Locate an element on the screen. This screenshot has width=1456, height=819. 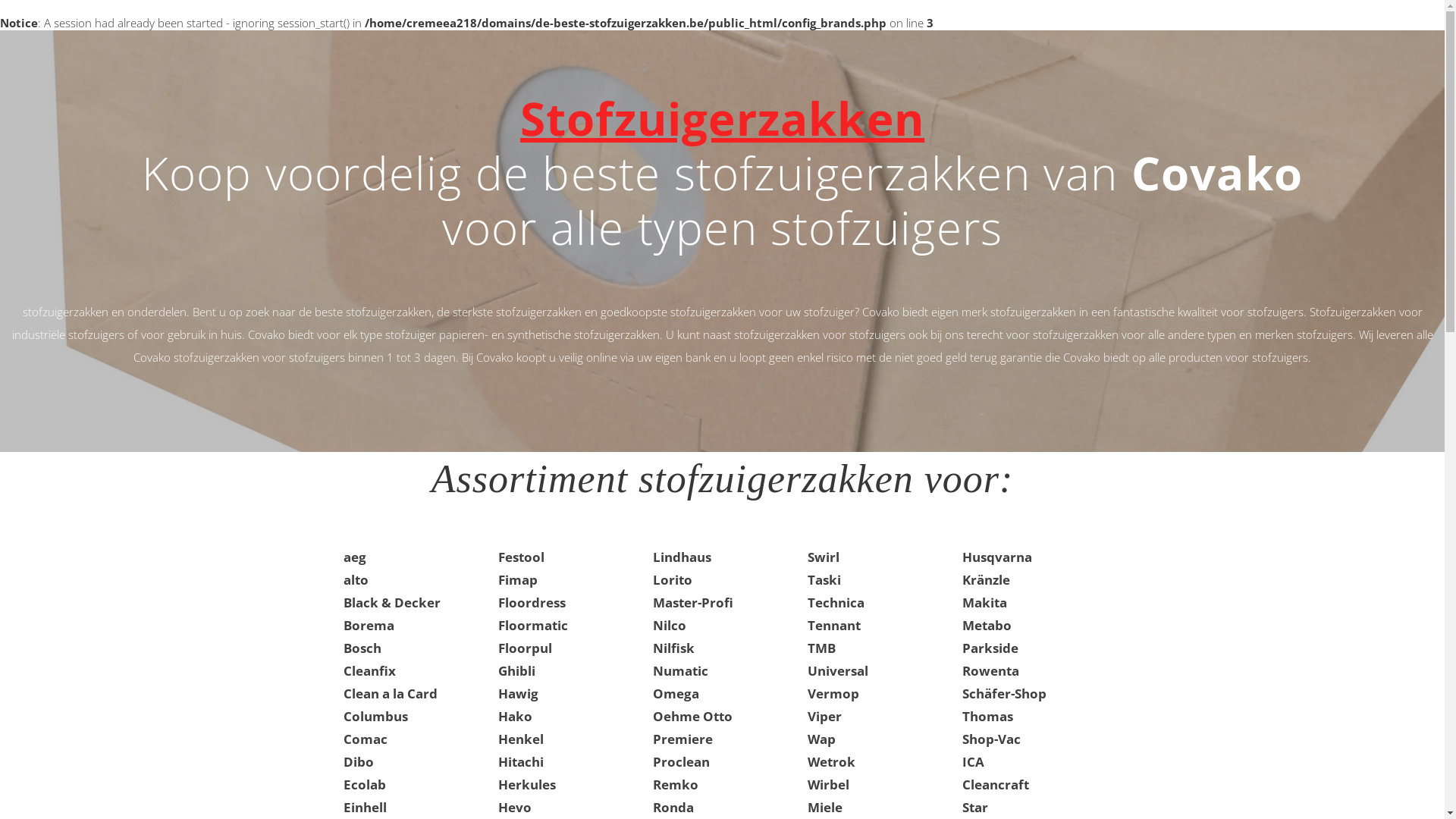
'Stofzuigerzakken' is located at coordinates (721, 117).